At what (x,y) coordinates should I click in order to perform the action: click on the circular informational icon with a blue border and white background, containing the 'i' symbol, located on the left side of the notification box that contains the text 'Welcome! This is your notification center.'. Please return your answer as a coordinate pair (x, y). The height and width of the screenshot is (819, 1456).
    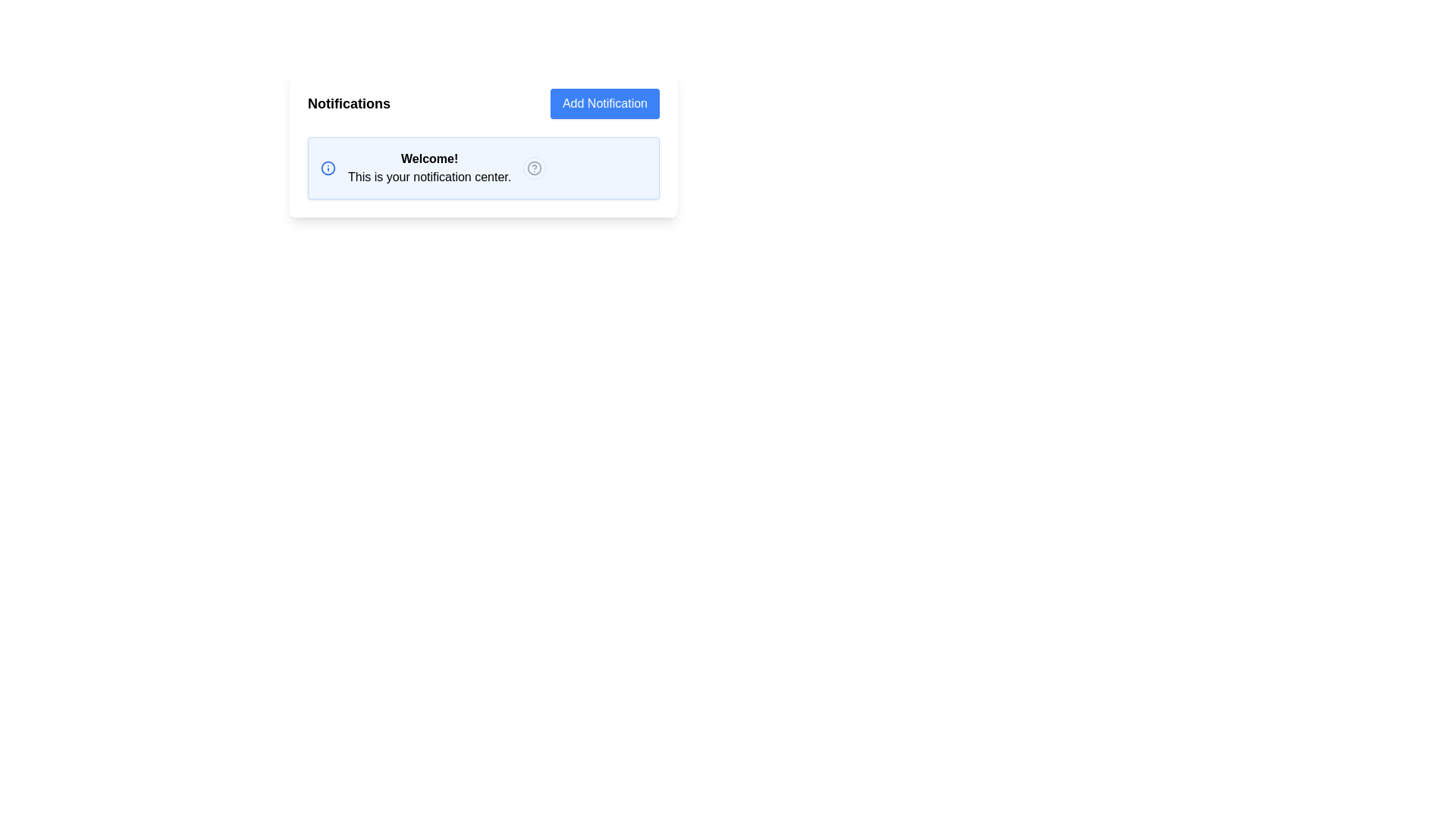
    Looking at the image, I should click on (327, 168).